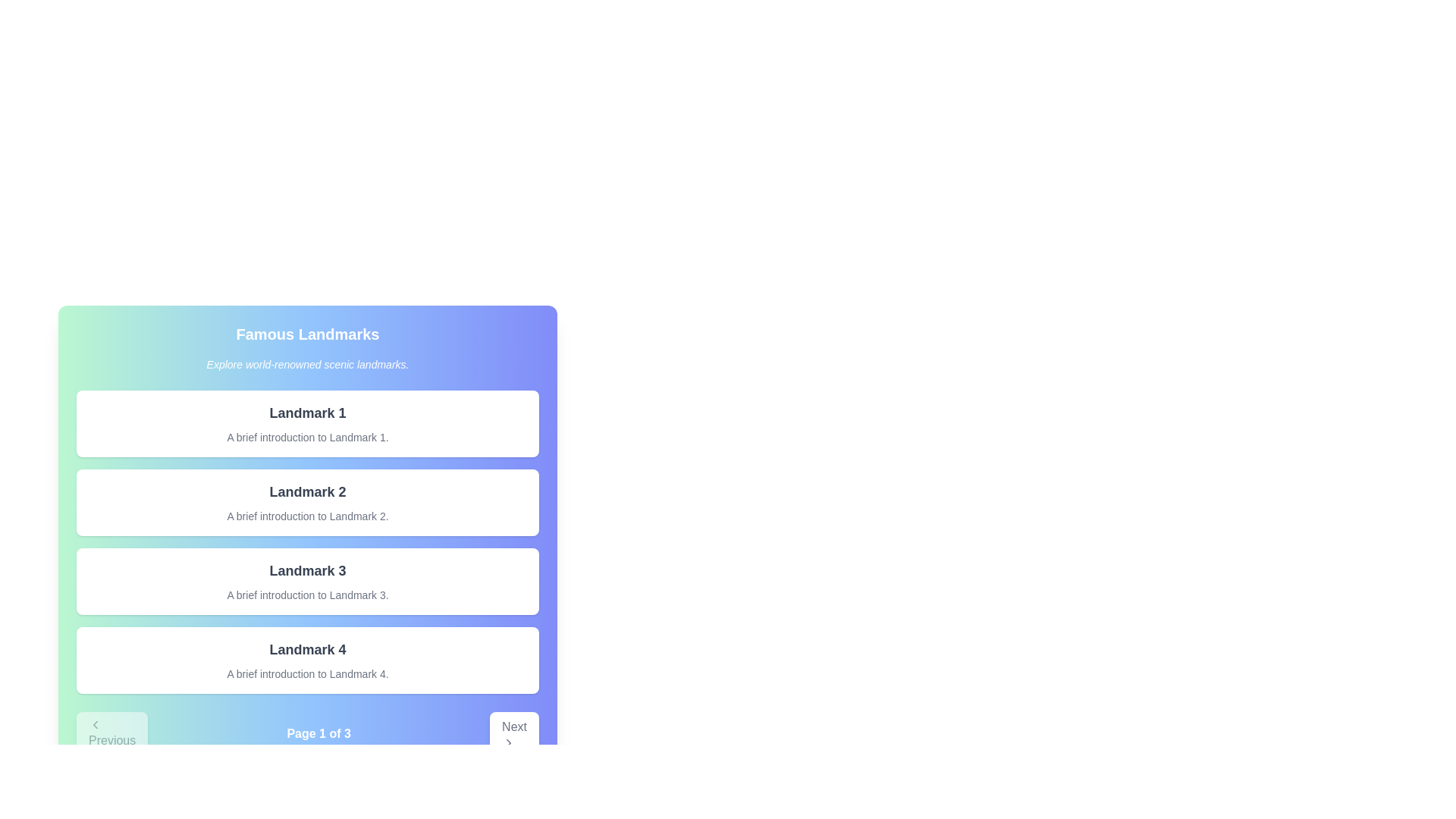 The width and height of the screenshot is (1456, 819). I want to click on the text block reading 'A brief introduction to Landmark 1.' styled in gray color, located beneath the heading 'Landmark 1.', so click(307, 438).